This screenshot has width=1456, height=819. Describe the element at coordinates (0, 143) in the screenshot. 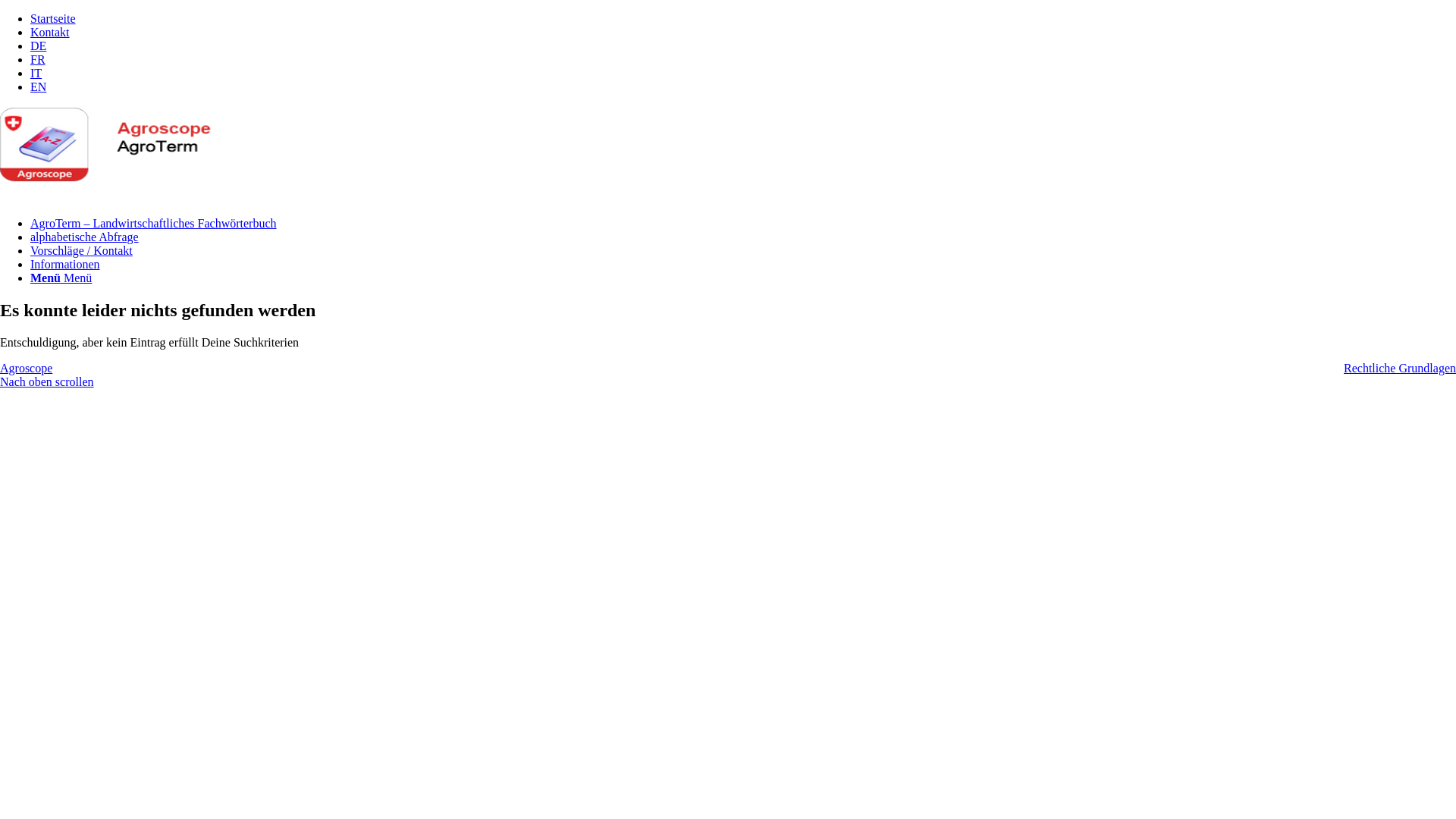

I see `'logo'` at that location.